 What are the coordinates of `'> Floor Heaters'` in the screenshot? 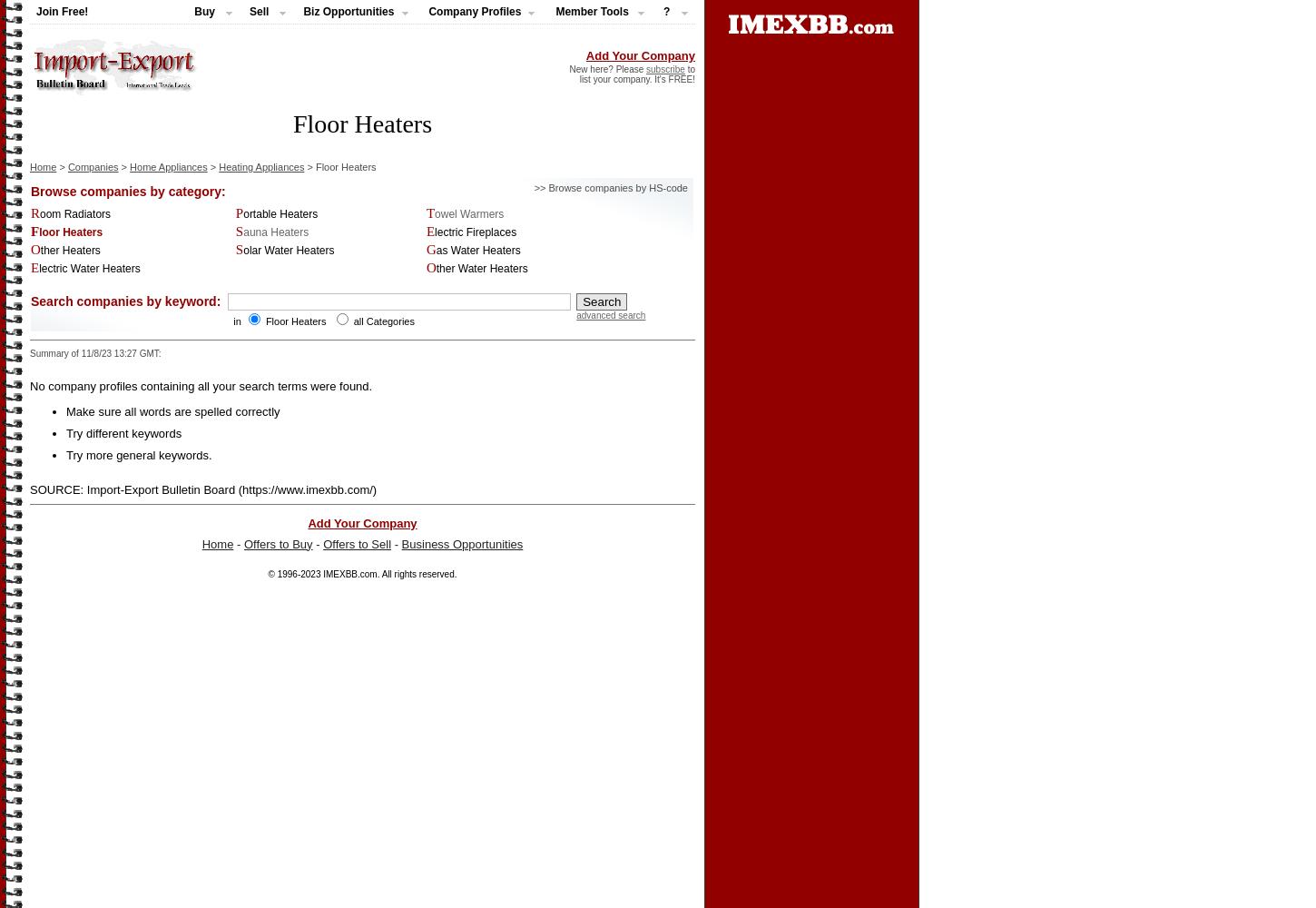 It's located at (303, 166).